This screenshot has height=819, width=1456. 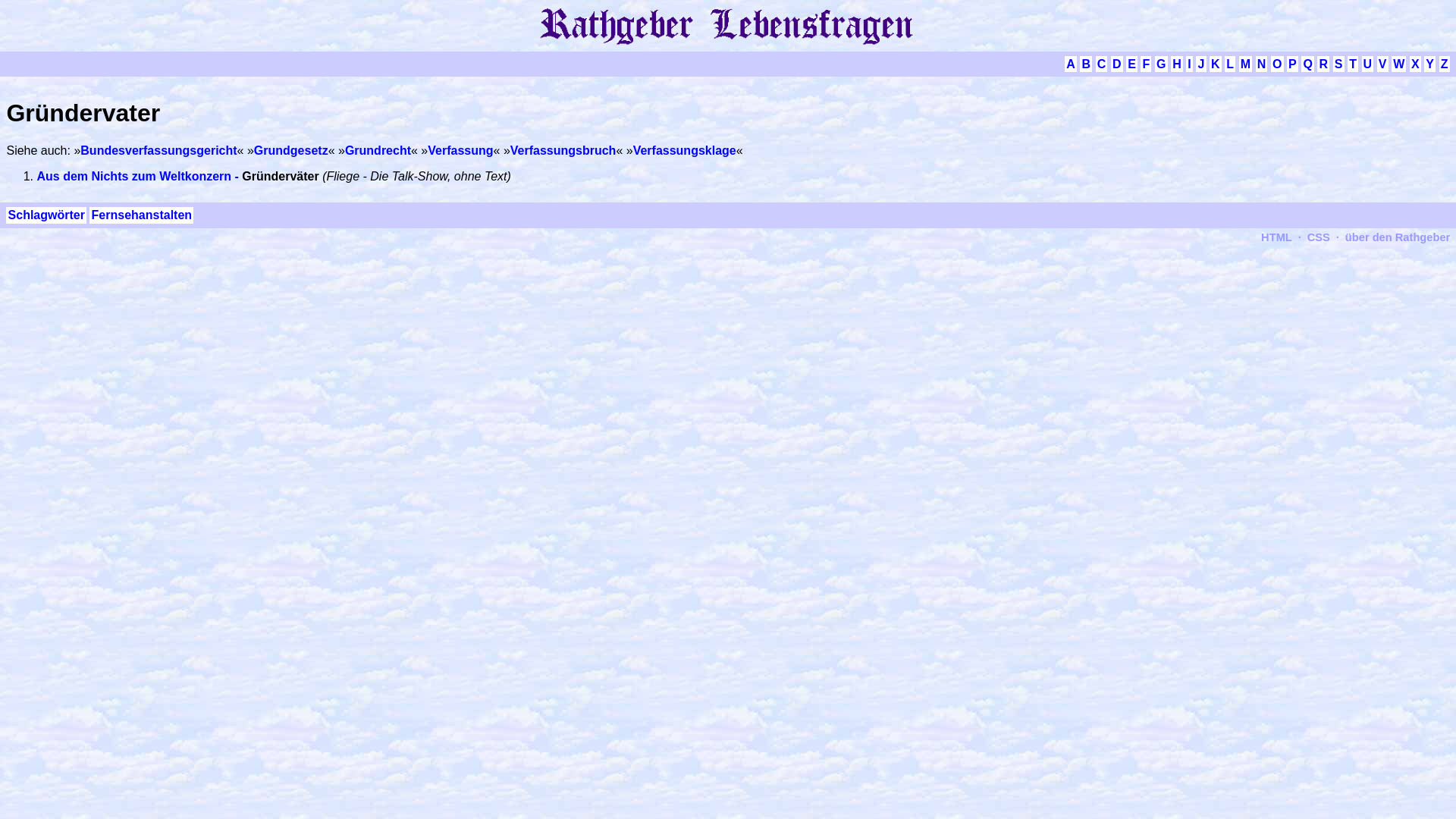 I want to click on 'Verfassungsklage', so click(x=683, y=150).